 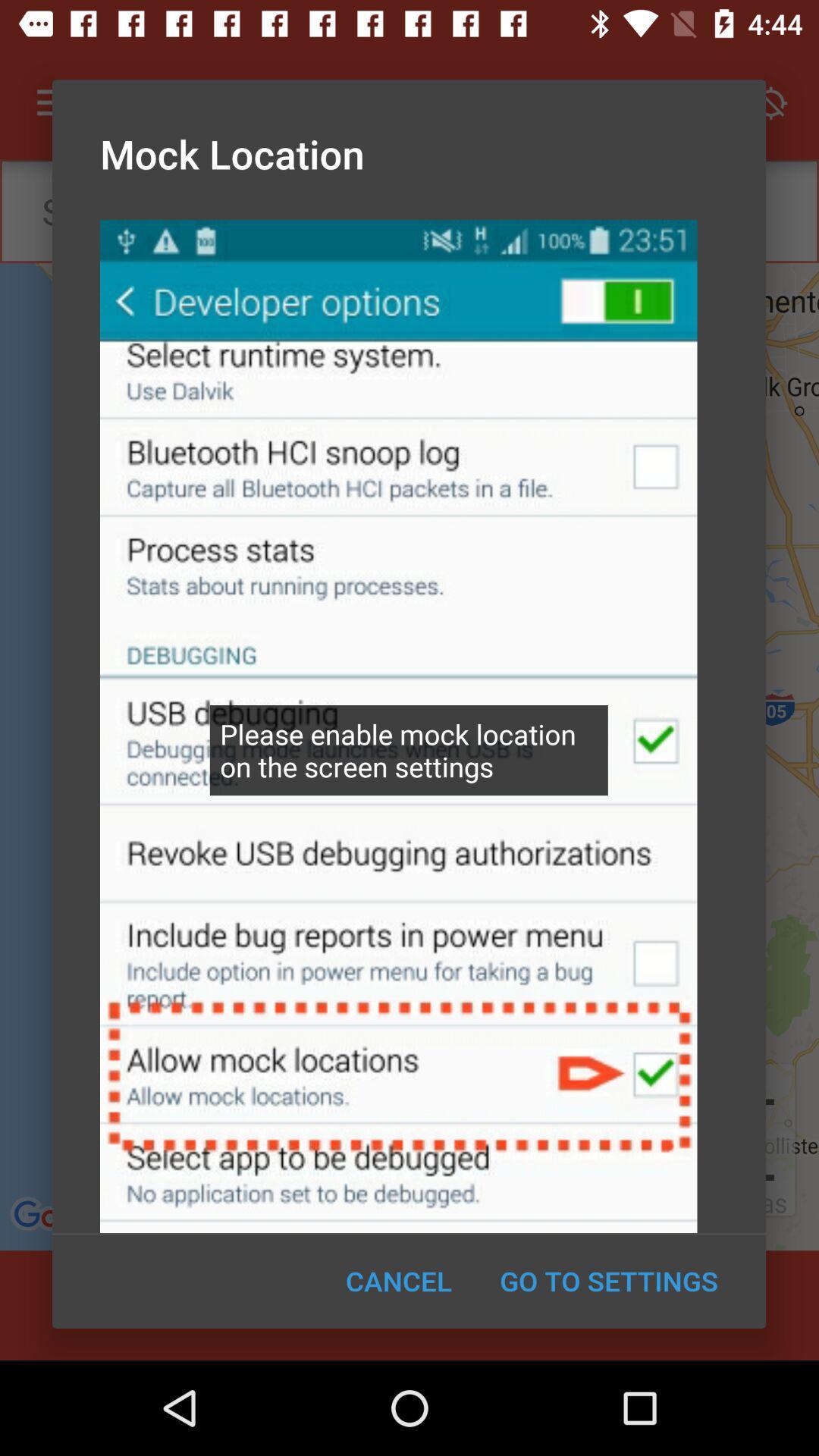 What do you see at coordinates (398, 1280) in the screenshot?
I see `item at the bottom` at bounding box center [398, 1280].